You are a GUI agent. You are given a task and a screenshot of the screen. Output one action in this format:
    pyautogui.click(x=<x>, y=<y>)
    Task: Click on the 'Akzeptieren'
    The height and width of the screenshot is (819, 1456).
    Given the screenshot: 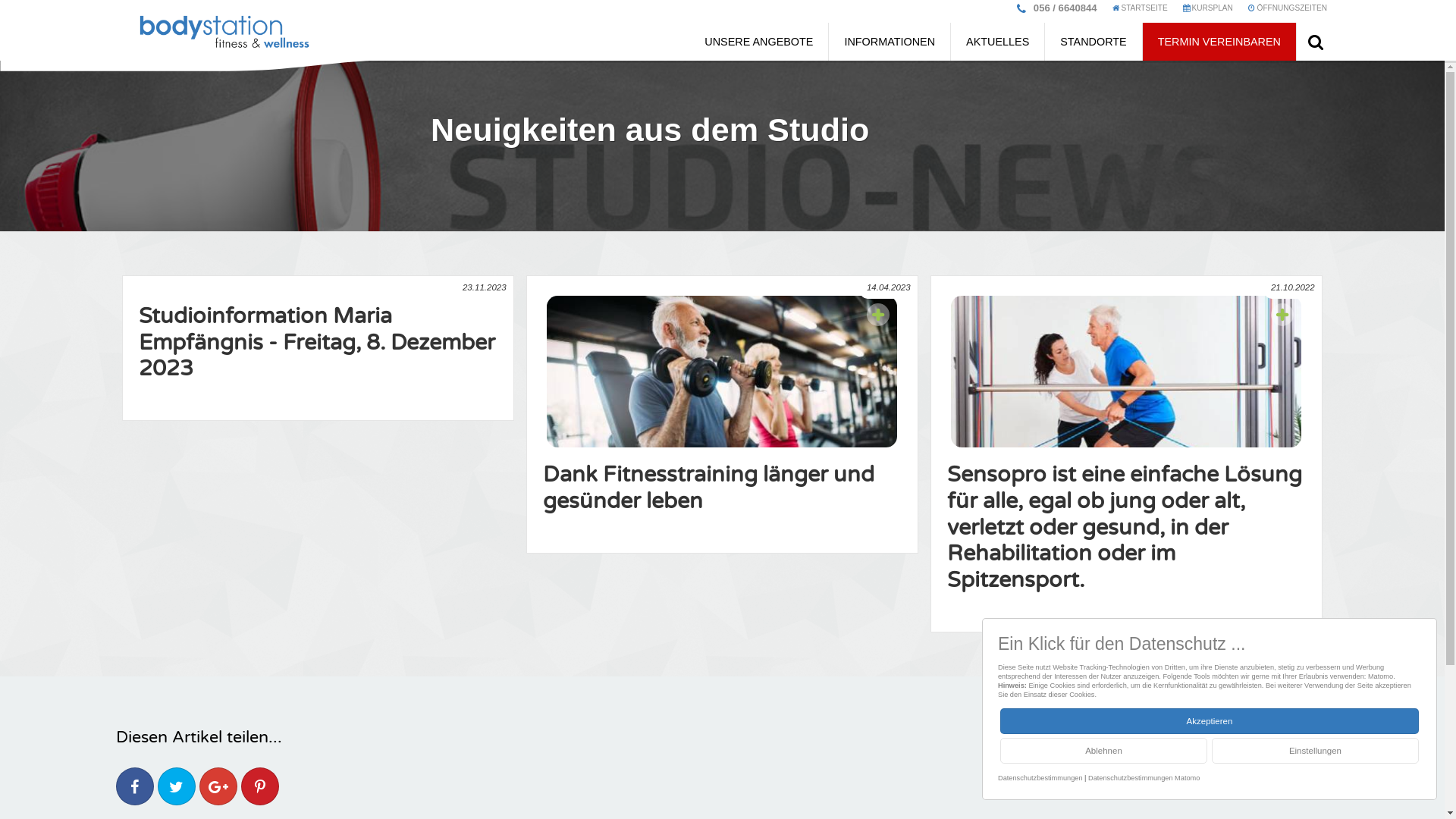 What is the action you would take?
    pyautogui.click(x=1208, y=720)
    